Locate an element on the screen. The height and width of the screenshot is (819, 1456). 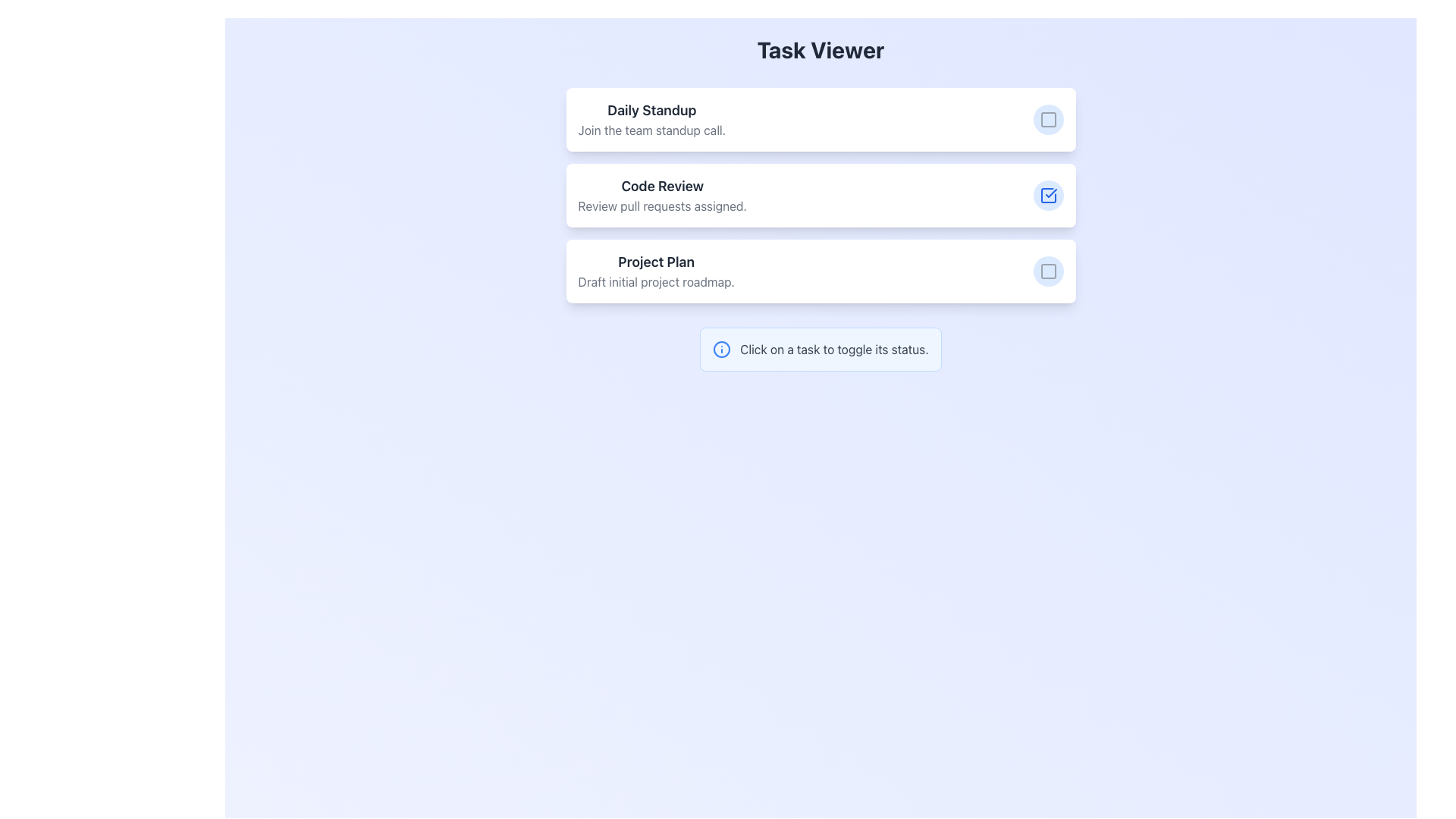
the static text label positioned directly under the 'Project Plan' title in the task item section is located at coordinates (656, 281).